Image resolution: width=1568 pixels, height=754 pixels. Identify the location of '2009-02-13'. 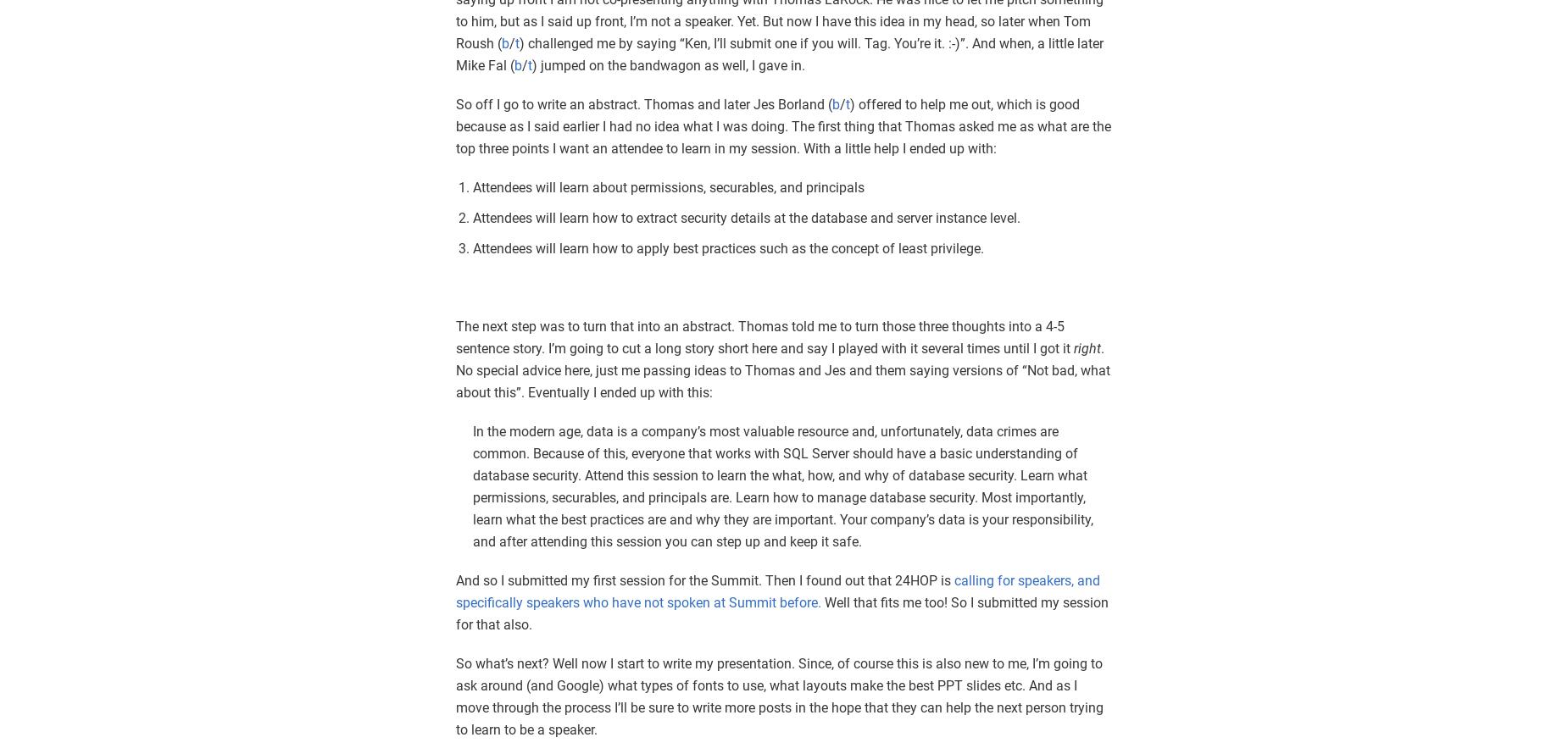
(1174, 607).